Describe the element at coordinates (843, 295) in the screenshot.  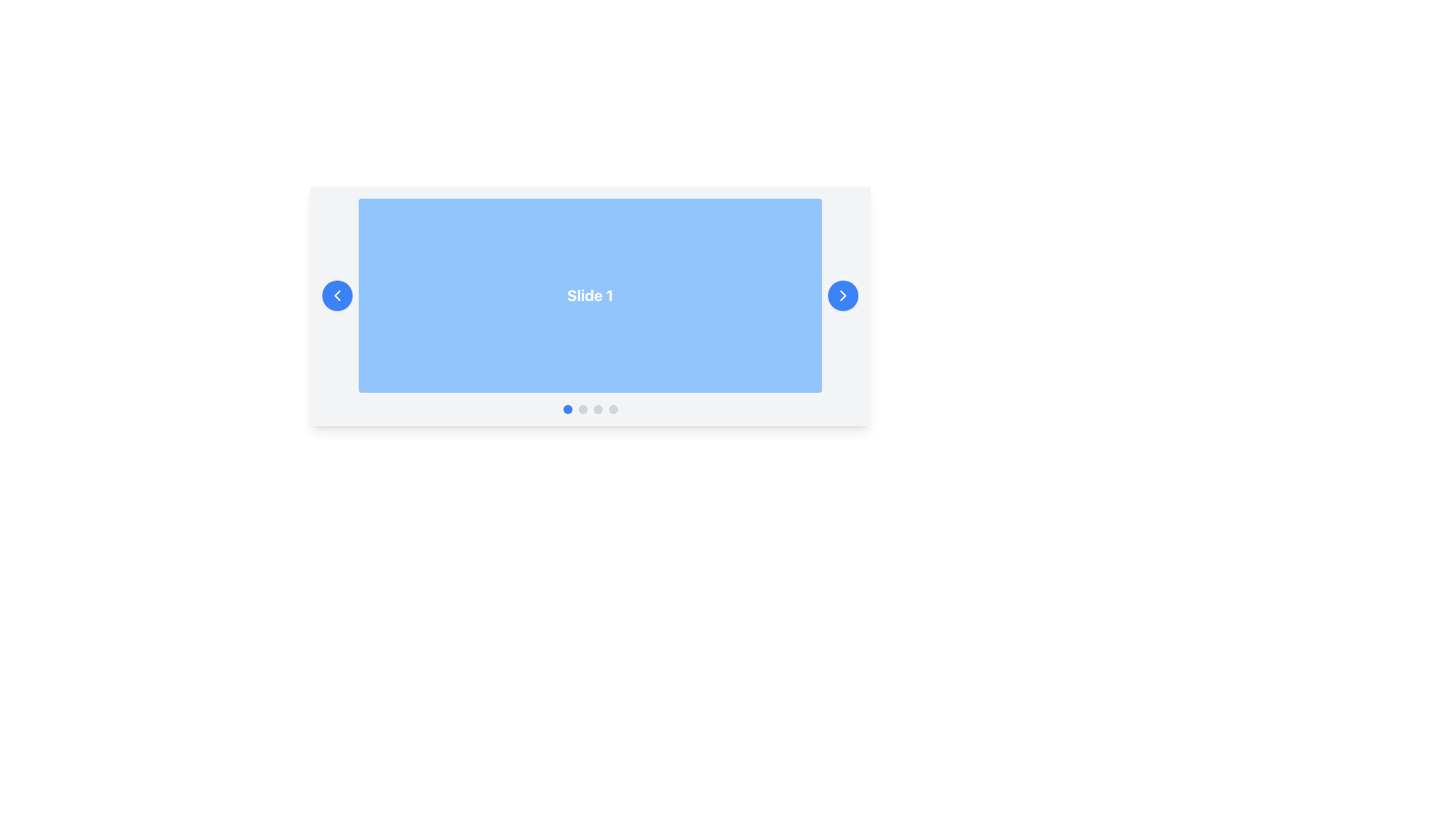
I see `the right-pointing navigational button located at the right edge of the sliding panel labeled 'Slide 1' to move to the next slide` at that location.